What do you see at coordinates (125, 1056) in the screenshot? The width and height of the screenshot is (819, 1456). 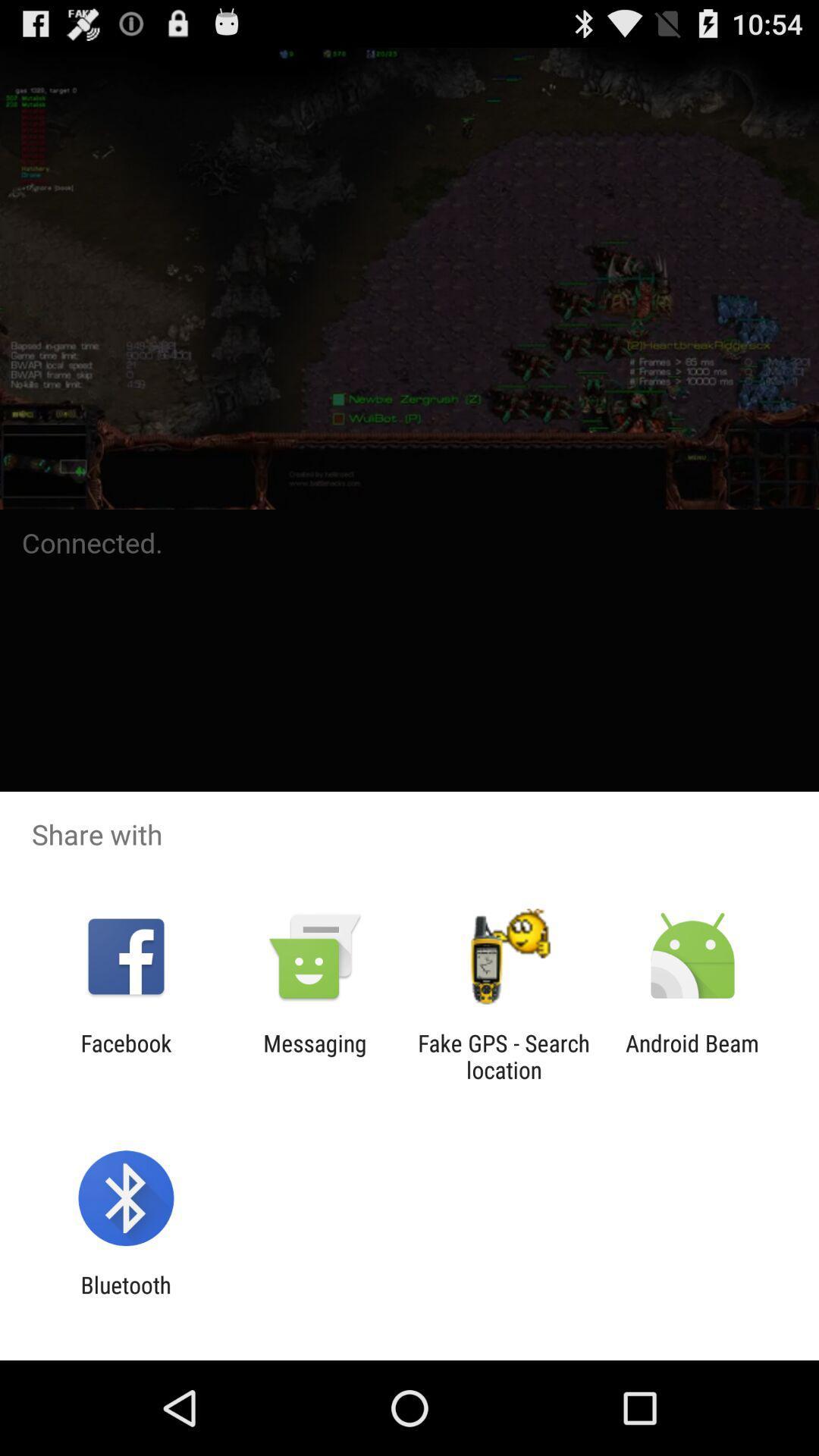 I see `app to the left of the messaging item` at bounding box center [125, 1056].